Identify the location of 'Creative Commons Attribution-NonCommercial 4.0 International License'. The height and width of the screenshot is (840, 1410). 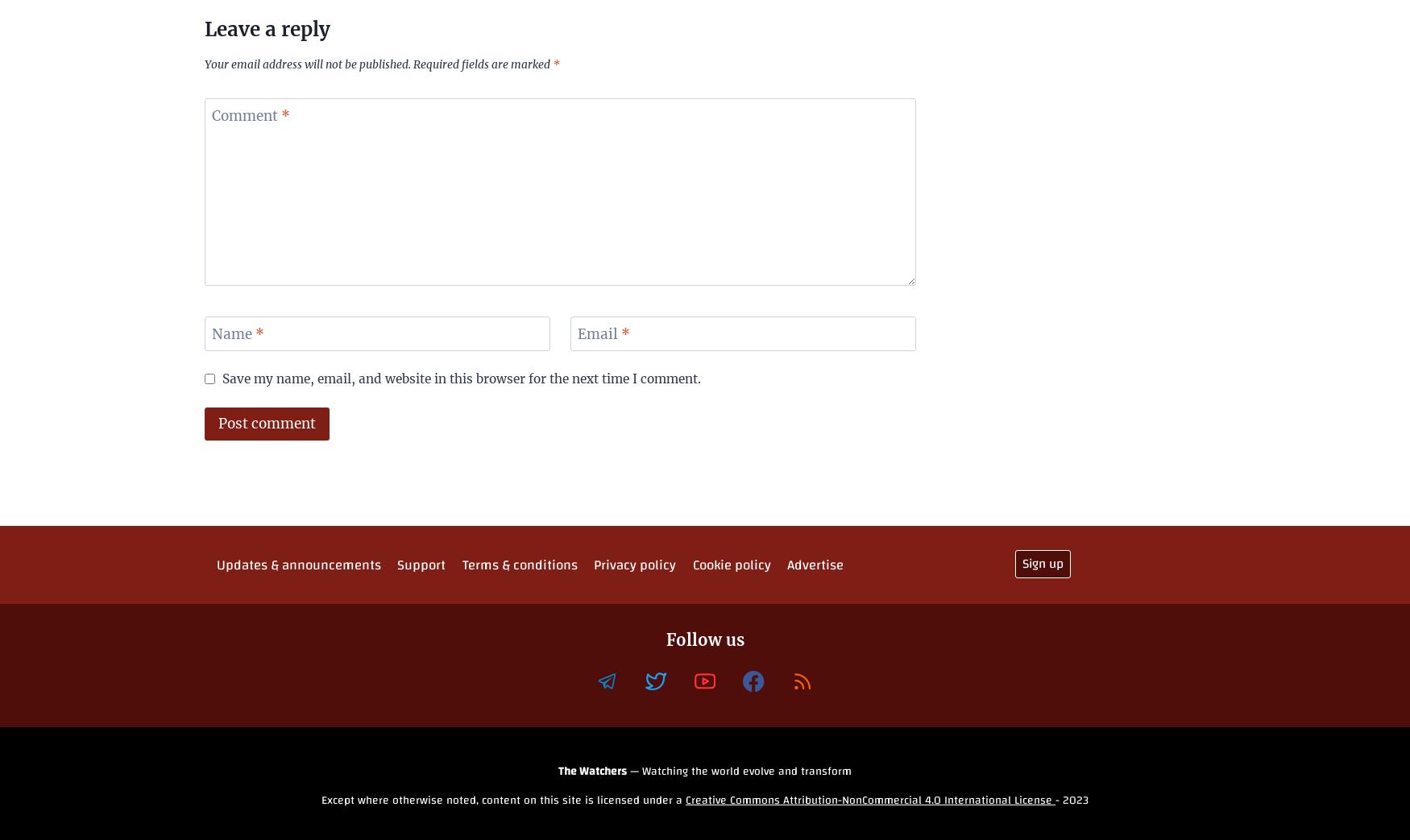
(870, 800).